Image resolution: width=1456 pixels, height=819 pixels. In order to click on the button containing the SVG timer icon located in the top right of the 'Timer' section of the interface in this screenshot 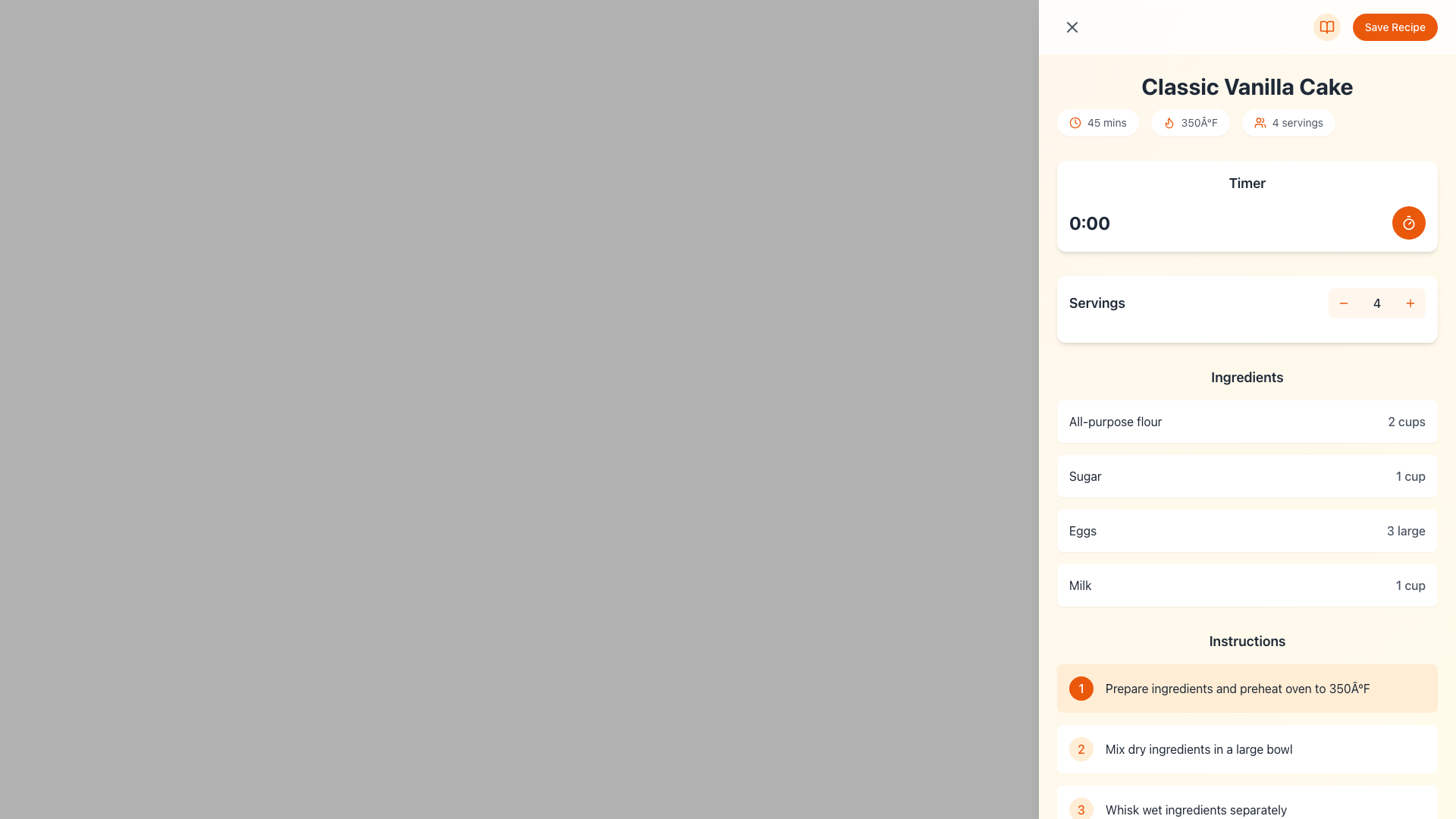, I will do `click(1407, 222)`.